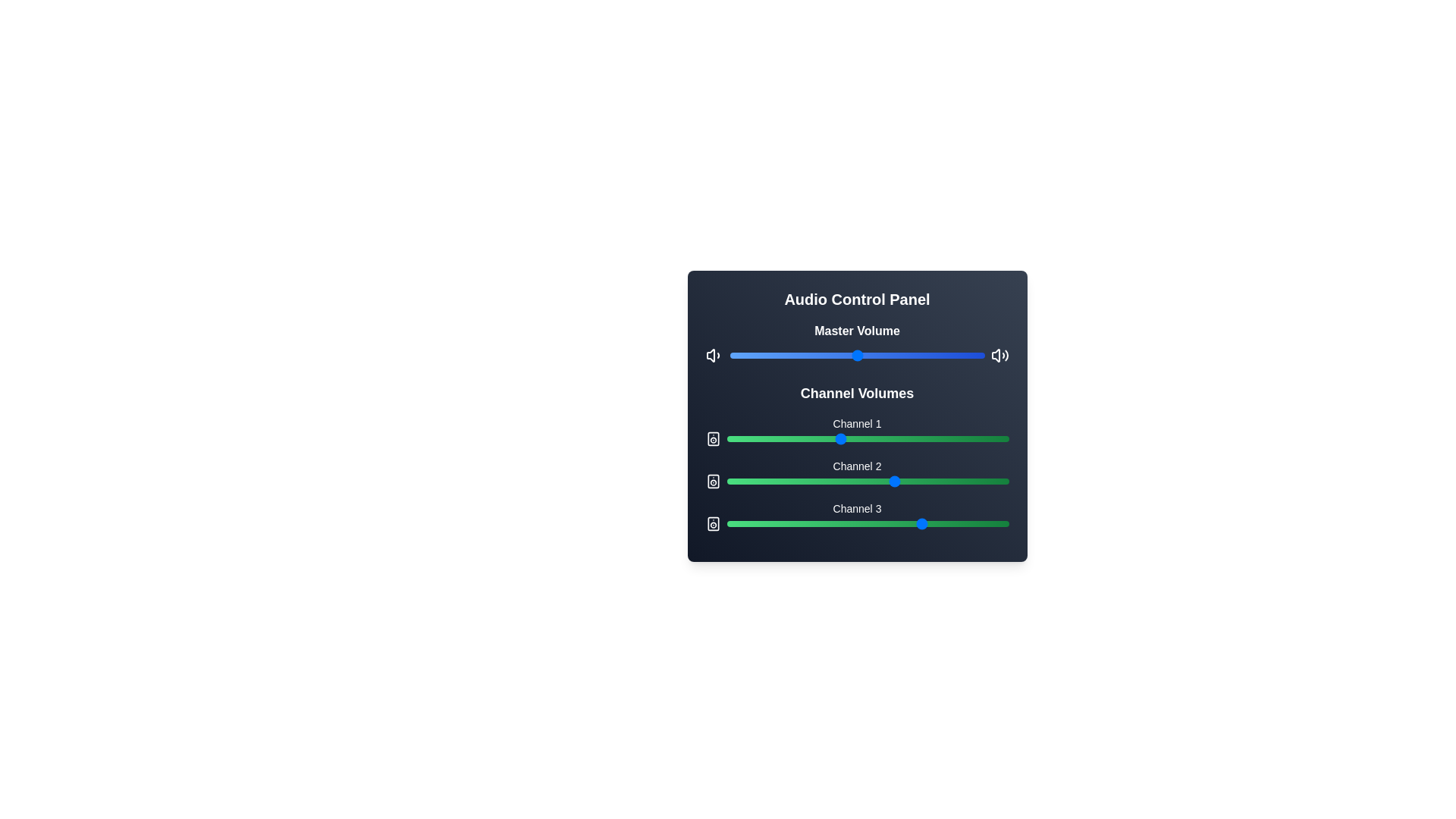  Describe the element at coordinates (871, 482) in the screenshot. I see `the slider value` at that location.